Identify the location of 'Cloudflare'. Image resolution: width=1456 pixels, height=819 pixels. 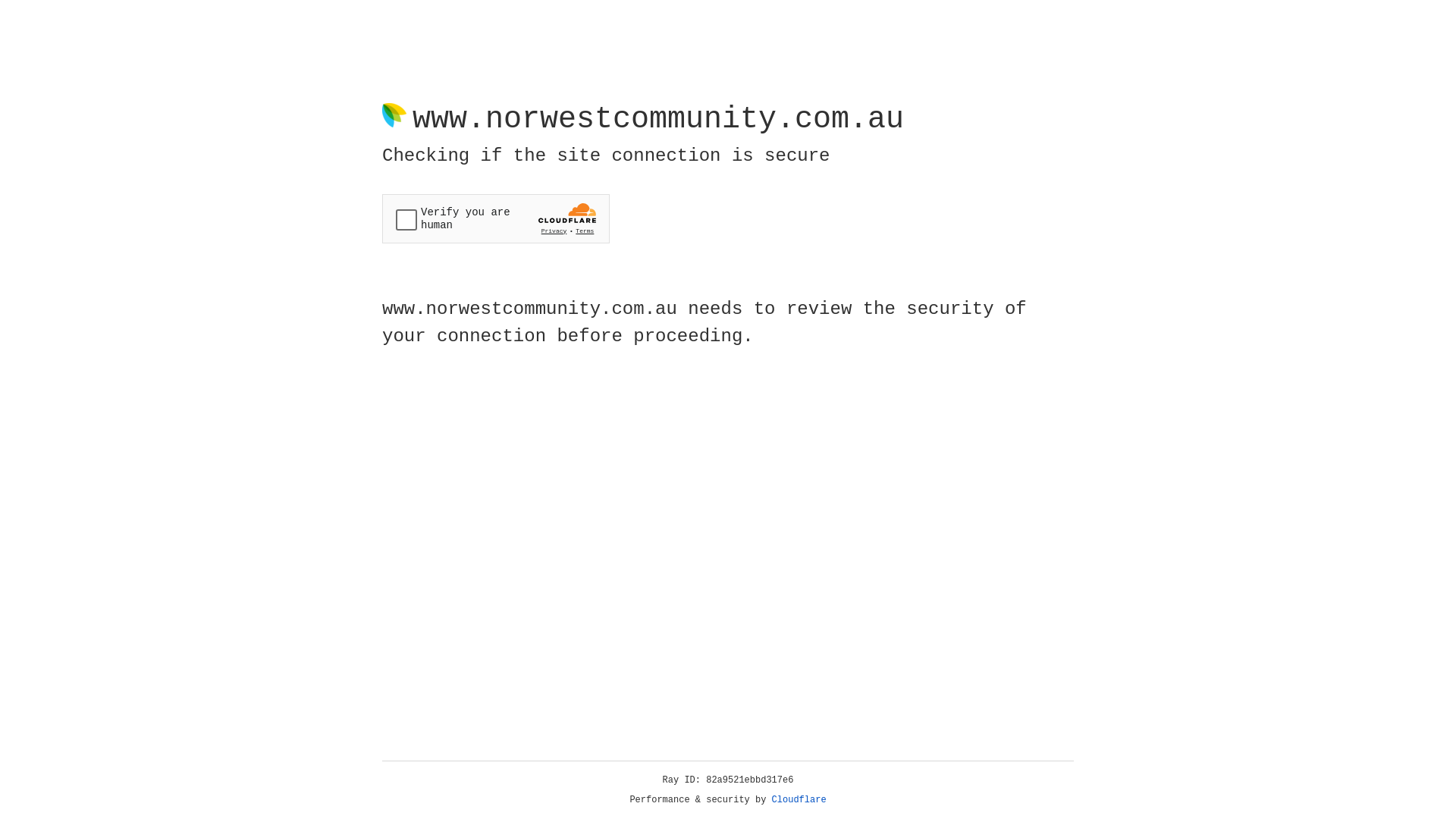
(799, 799).